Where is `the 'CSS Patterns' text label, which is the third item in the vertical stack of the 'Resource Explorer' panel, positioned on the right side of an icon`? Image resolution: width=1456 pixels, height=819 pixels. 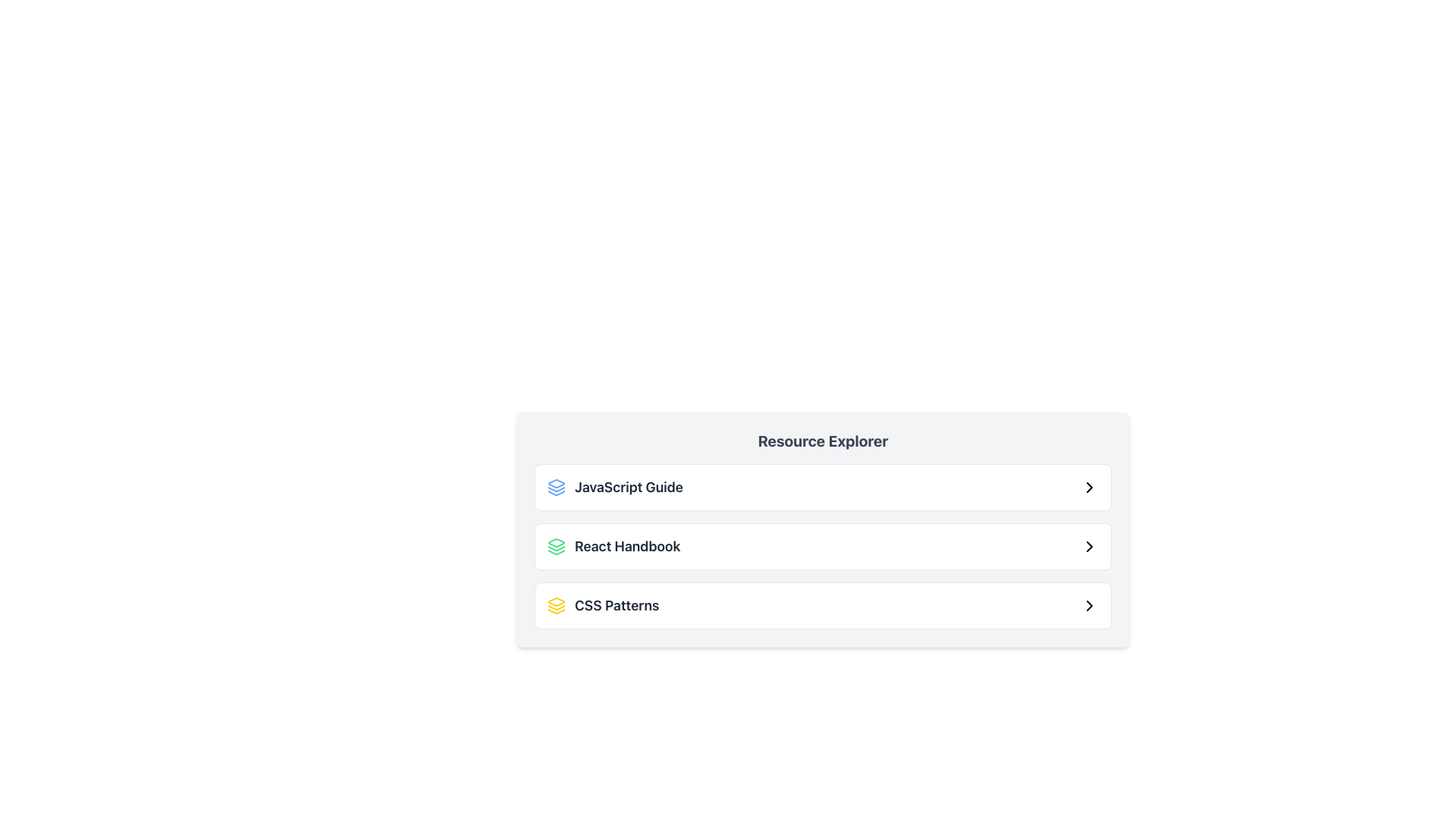 the 'CSS Patterns' text label, which is the third item in the vertical stack of the 'Resource Explorer' panel, positioned on the right side of an icon is located at coordinates (617, 604).